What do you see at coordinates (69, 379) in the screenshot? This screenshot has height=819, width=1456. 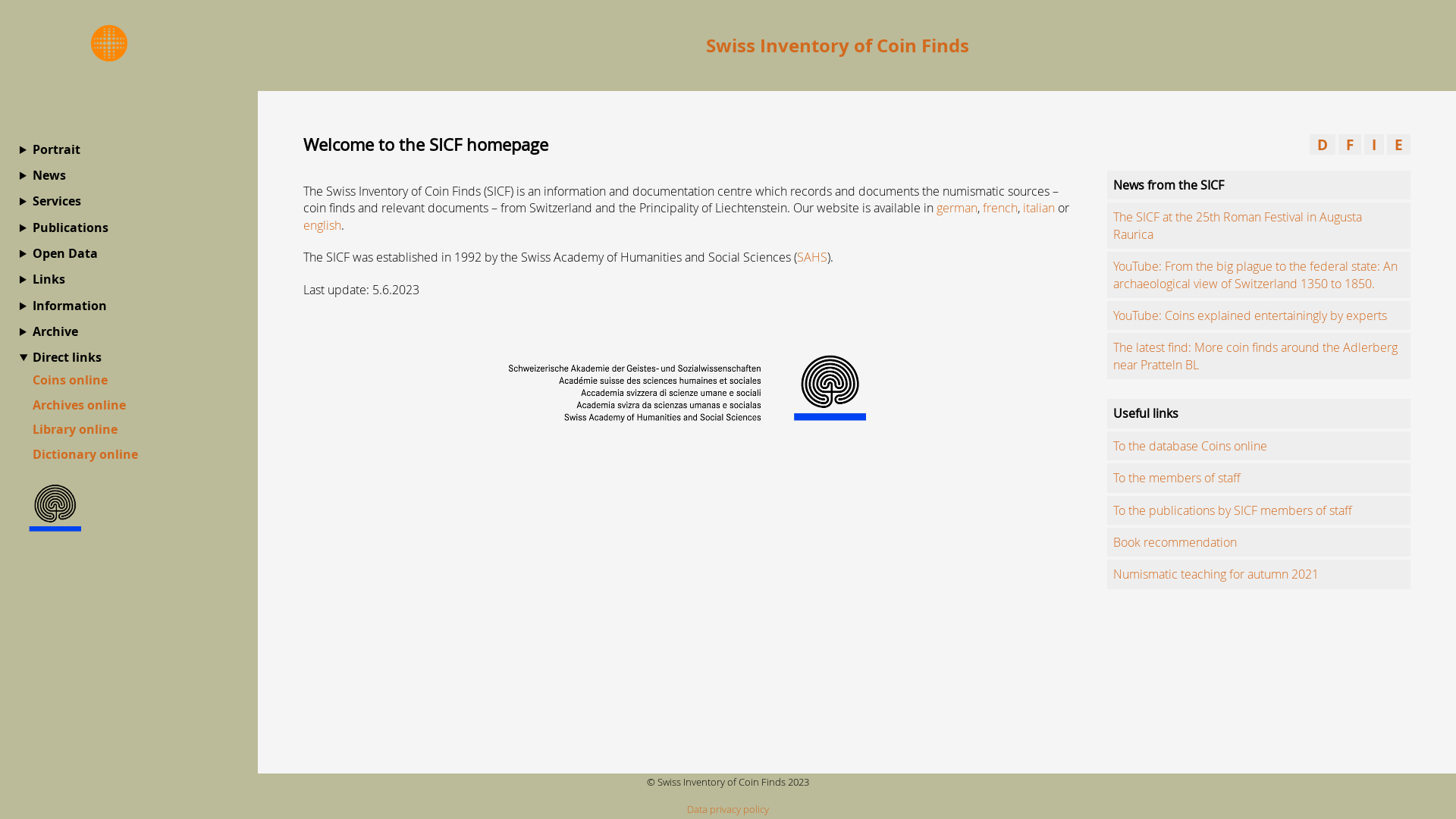 I see `'Coins online'` at bounding box center [69, 379].